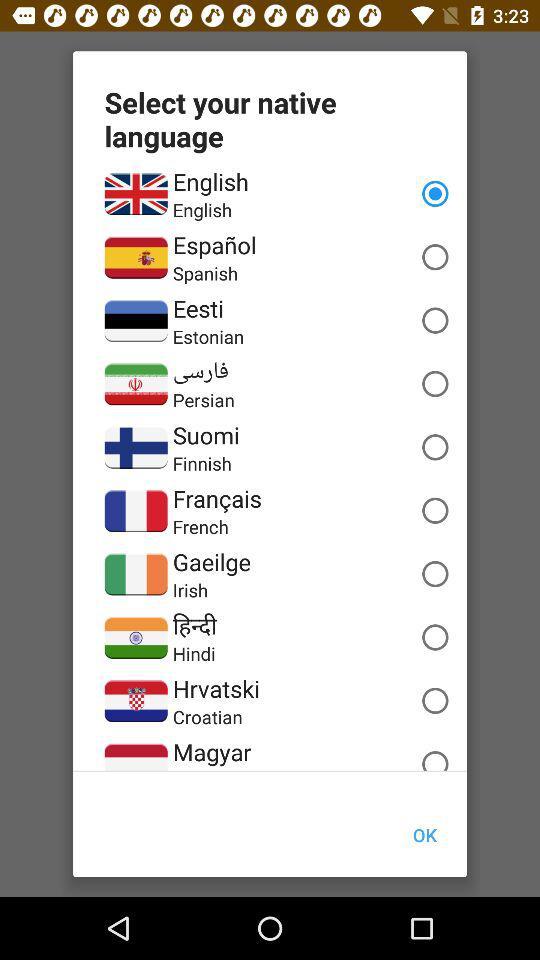 This screenshot has height=960, width=540. Describe the element at coordinates (206, 717) in the screenshot. I see `croatian icon` at that location.